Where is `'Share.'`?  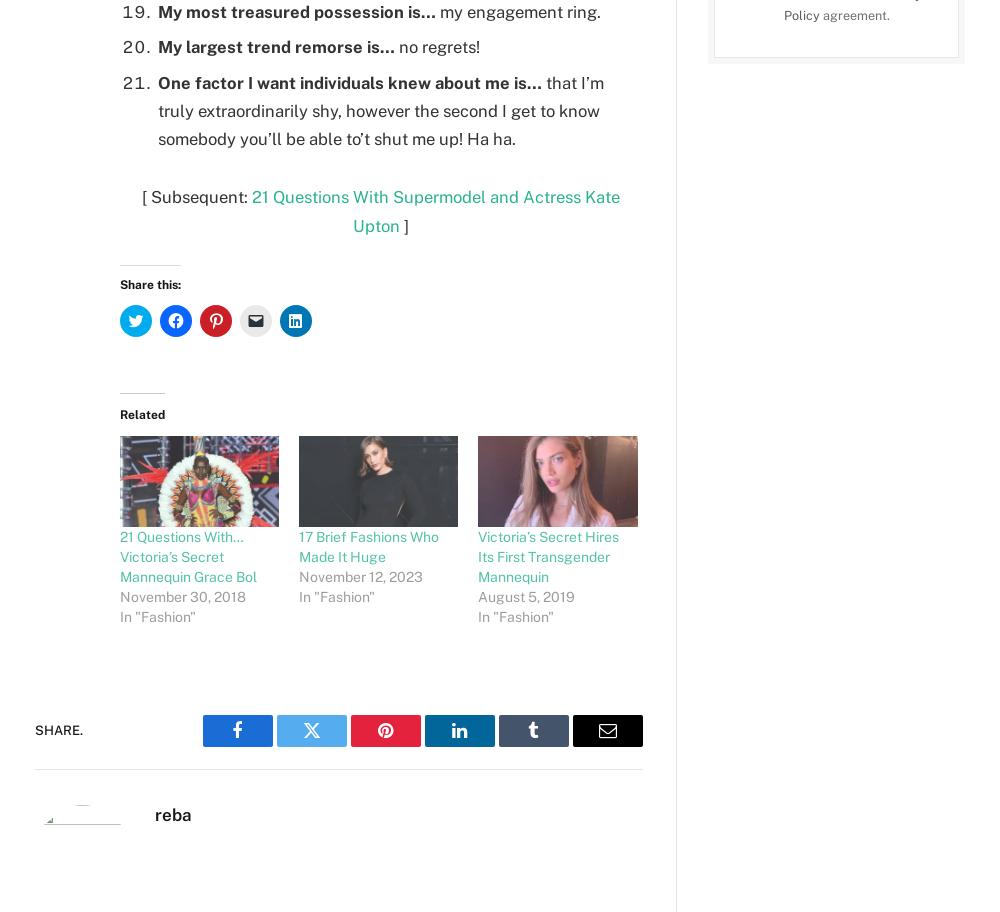
'Share.' is located at coordinates (59, 729).